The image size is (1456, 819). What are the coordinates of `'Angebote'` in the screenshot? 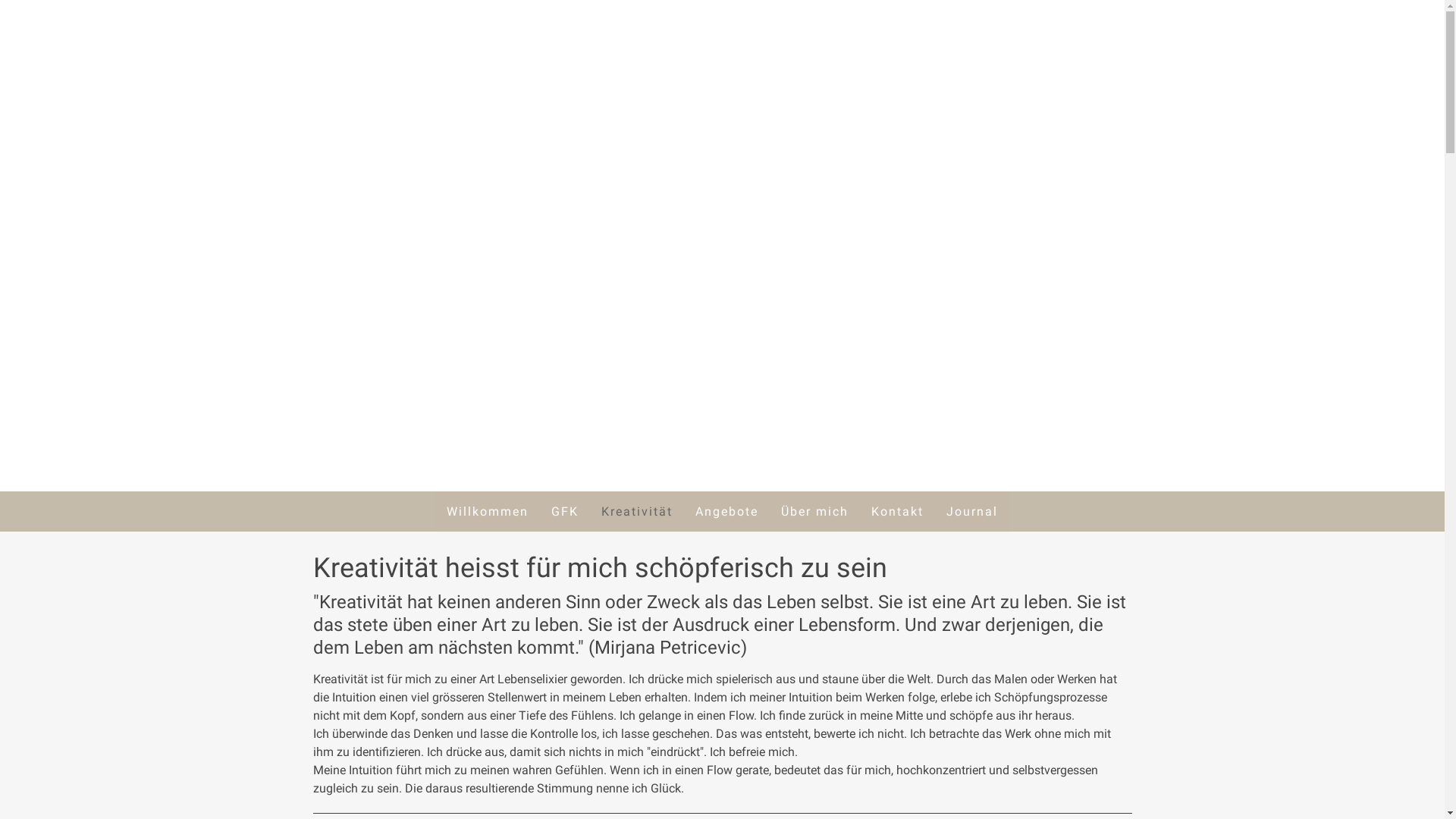 It's located at (726, 511).